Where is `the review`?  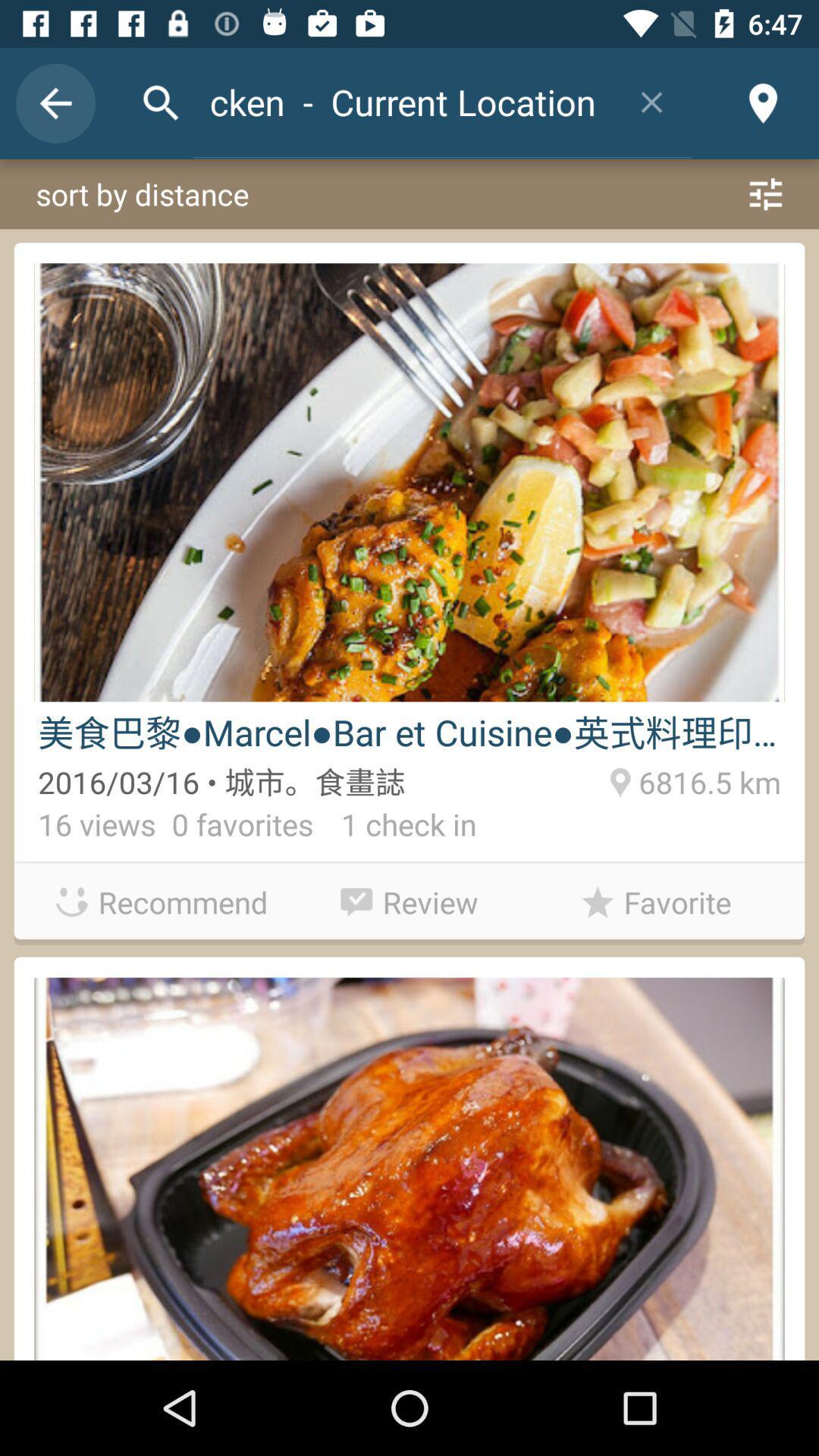
the review is located at coordinates (409, 898).